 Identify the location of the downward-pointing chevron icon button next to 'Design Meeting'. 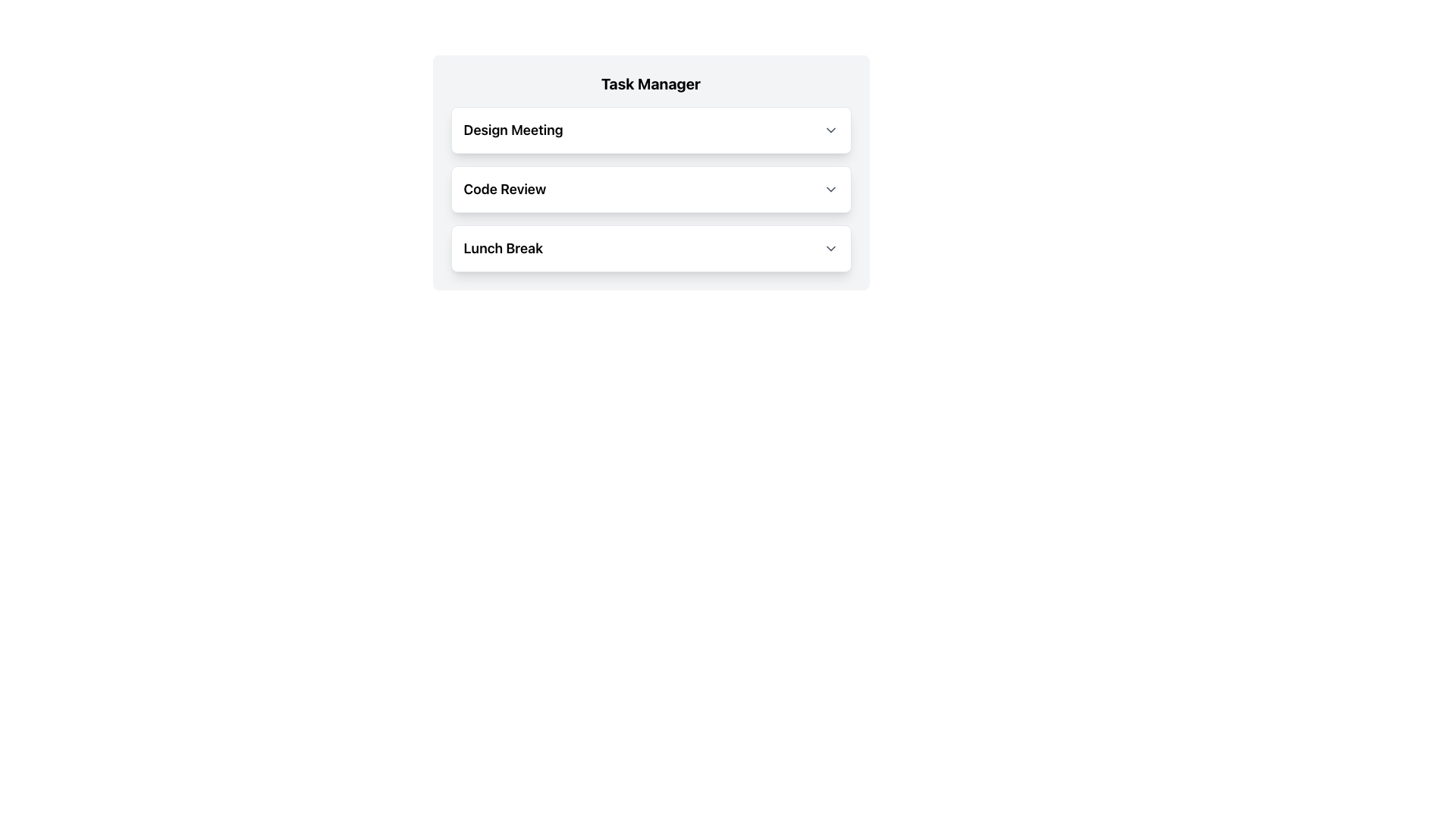
(830, 130).